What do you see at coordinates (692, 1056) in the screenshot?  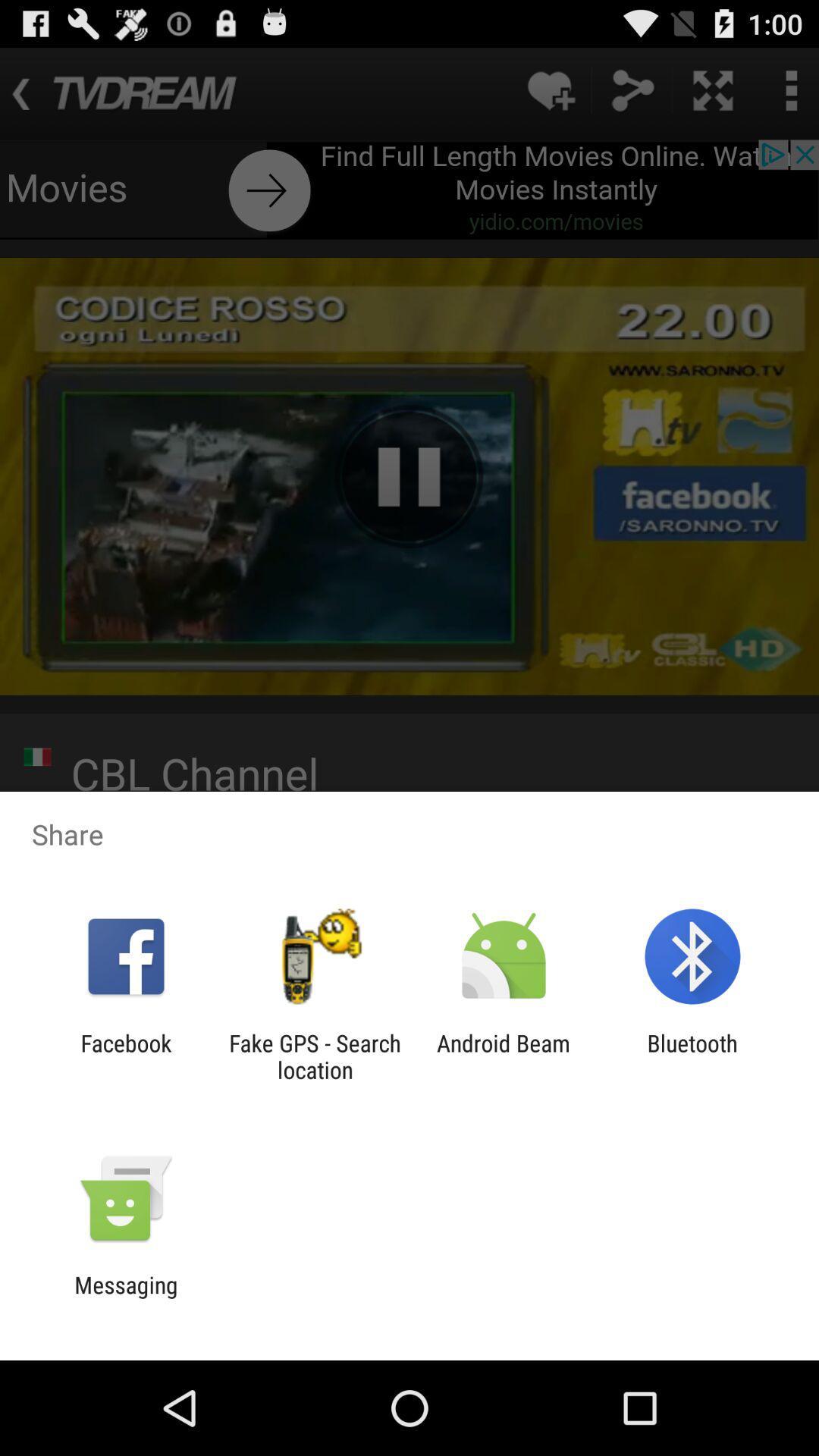 I see `bluetooth icon` at bounding box center [692, 1056].